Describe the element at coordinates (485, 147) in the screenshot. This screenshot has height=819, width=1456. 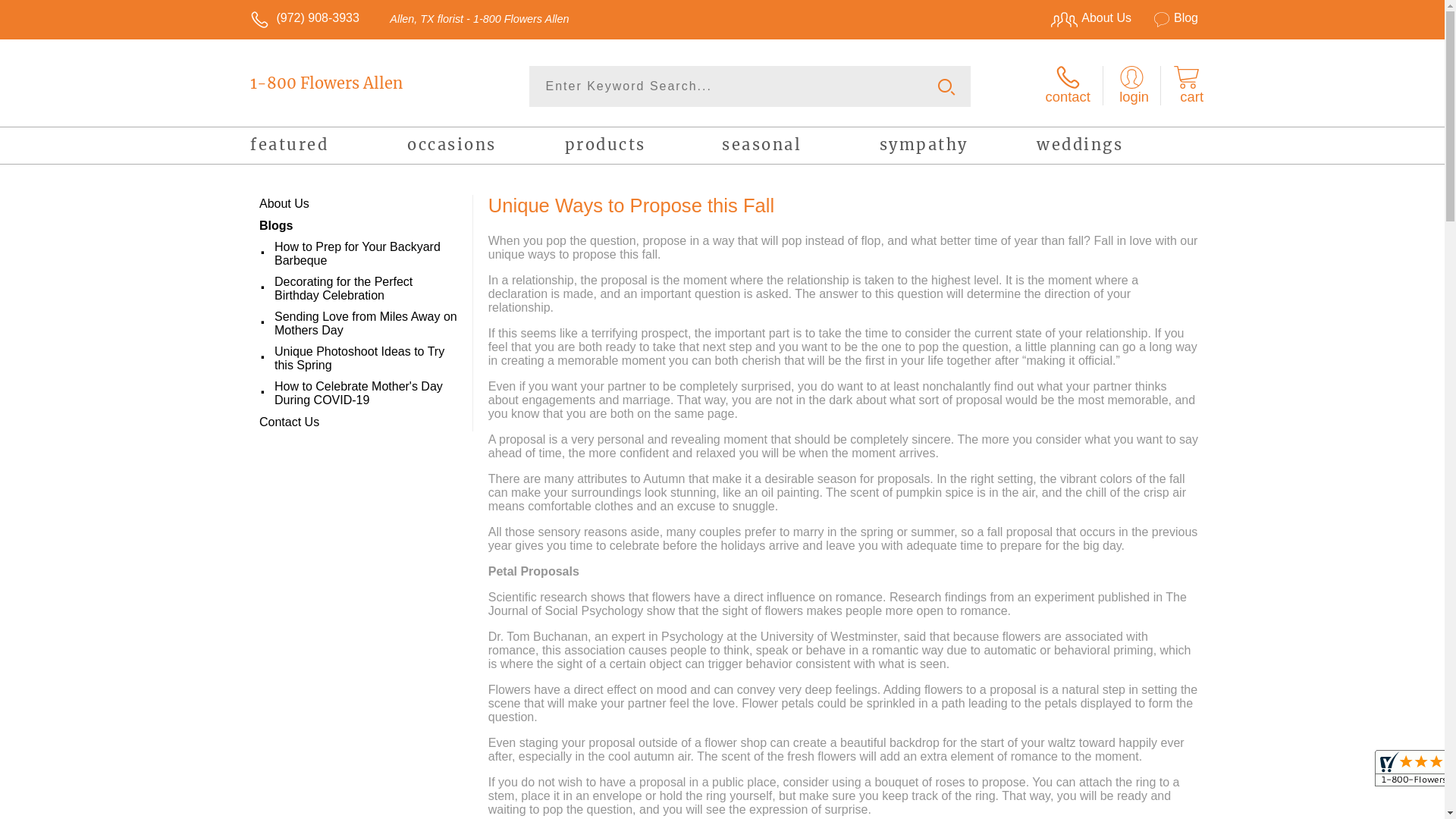
I see `'occasions'` at that location.